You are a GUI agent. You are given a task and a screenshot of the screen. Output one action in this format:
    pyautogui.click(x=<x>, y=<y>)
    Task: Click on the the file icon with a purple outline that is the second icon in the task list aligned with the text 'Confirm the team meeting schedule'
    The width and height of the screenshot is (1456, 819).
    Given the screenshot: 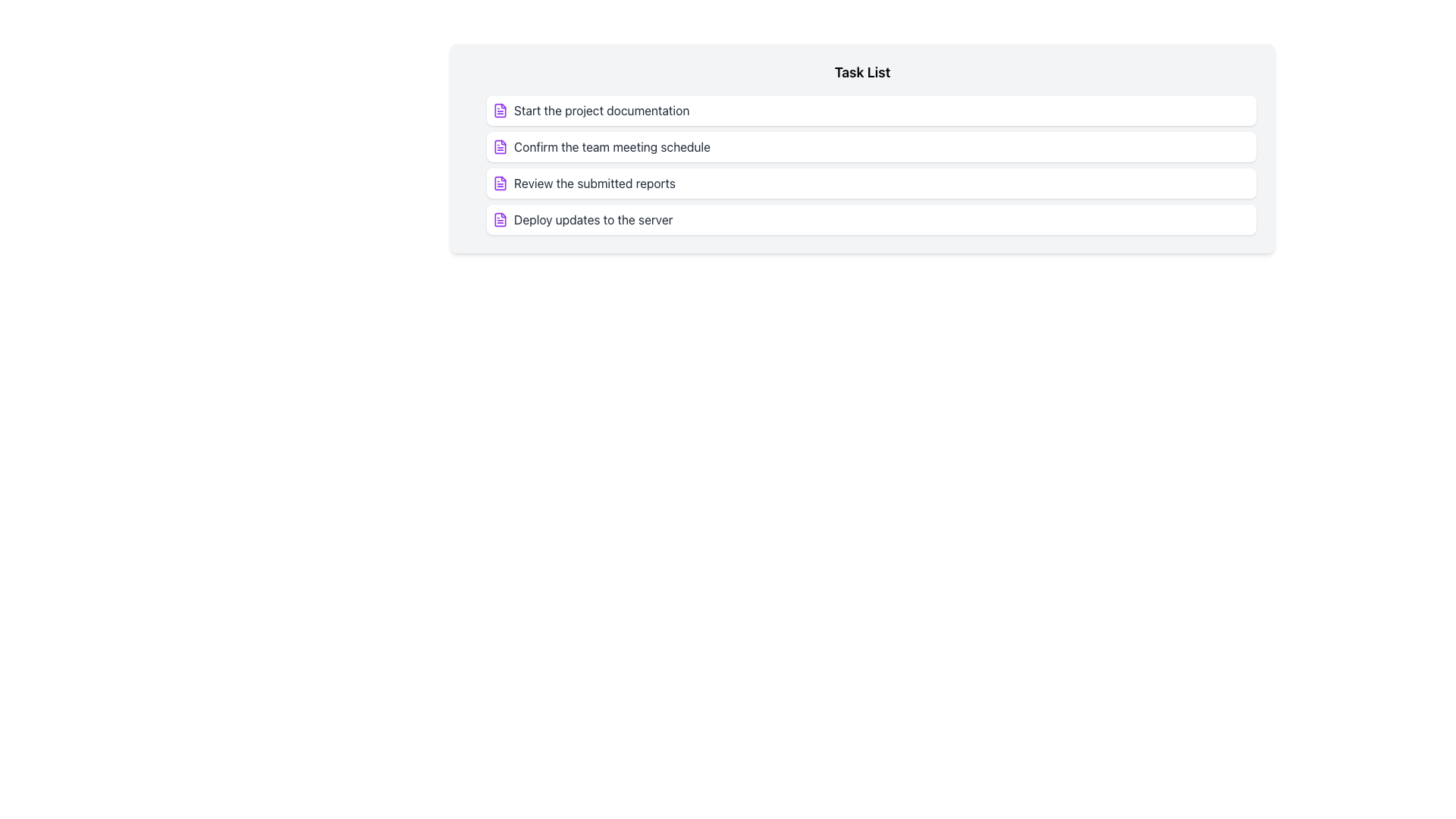 What is the action you would take?
    pyautogui.click(x=500, y=146)
    